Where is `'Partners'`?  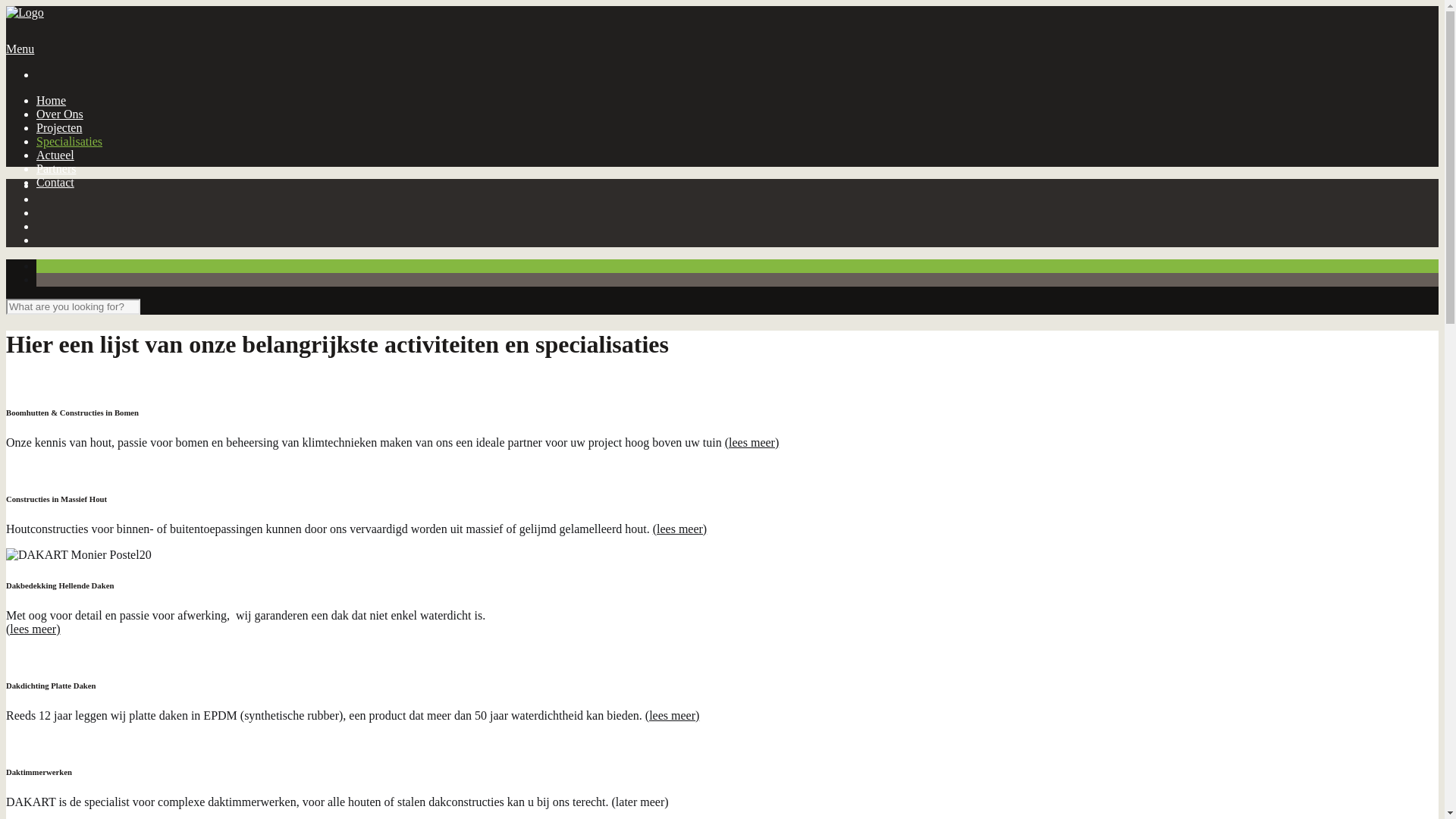 'Partners' is located at coordinates (55, 168).